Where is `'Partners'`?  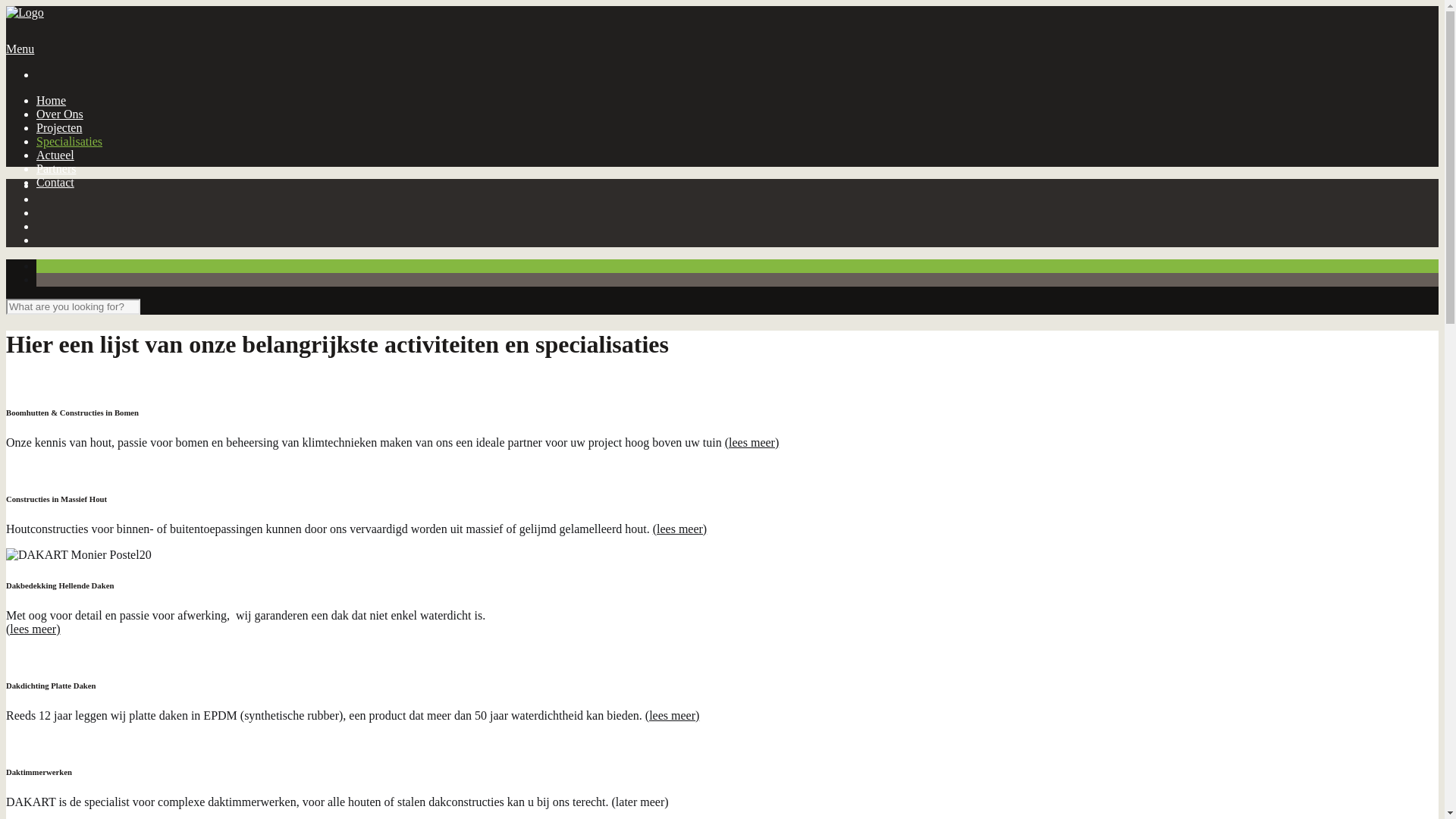 'Partners' is located at coordinates (55, 168).